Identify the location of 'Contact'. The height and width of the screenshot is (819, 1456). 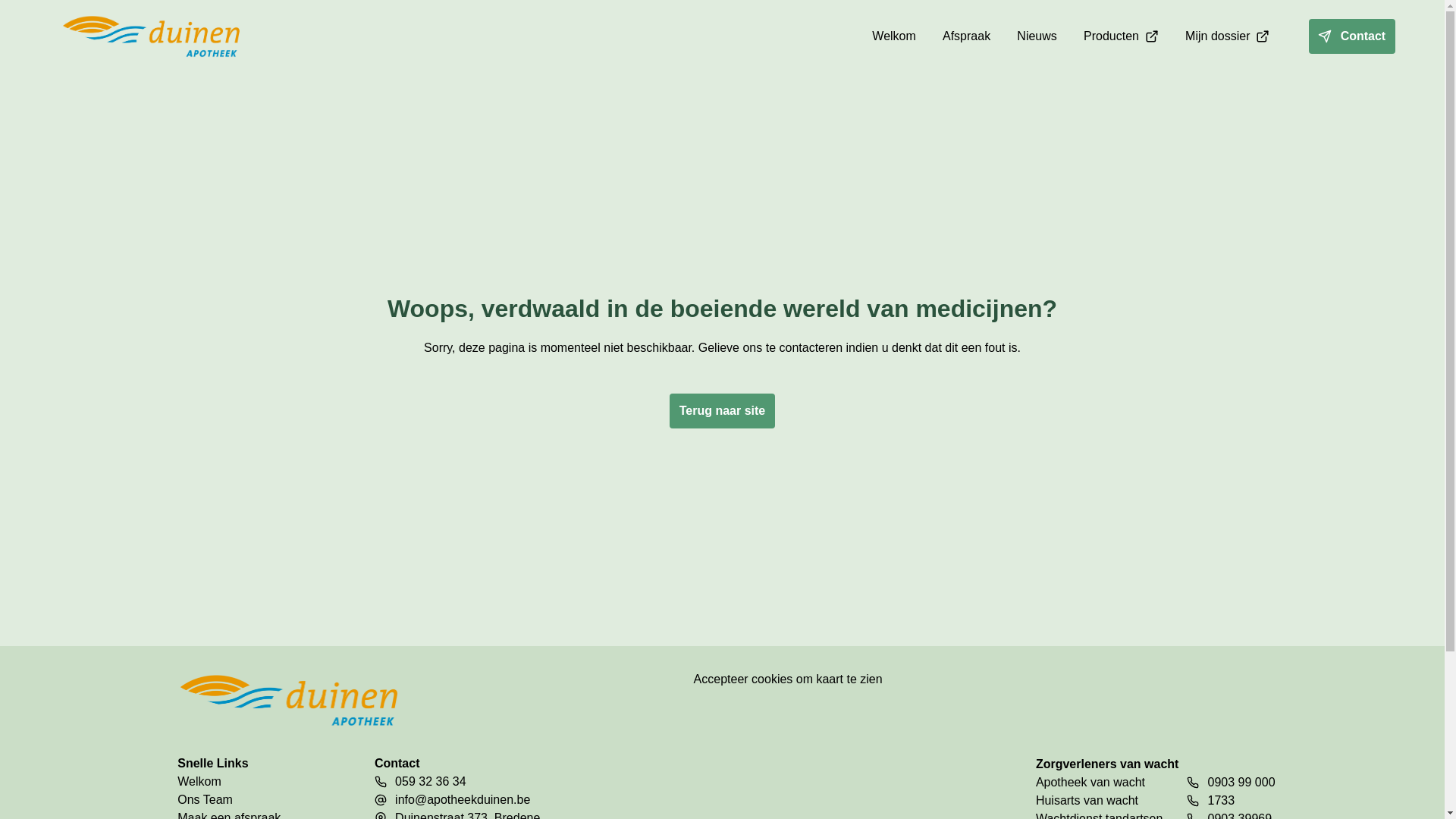
(1339, 35).